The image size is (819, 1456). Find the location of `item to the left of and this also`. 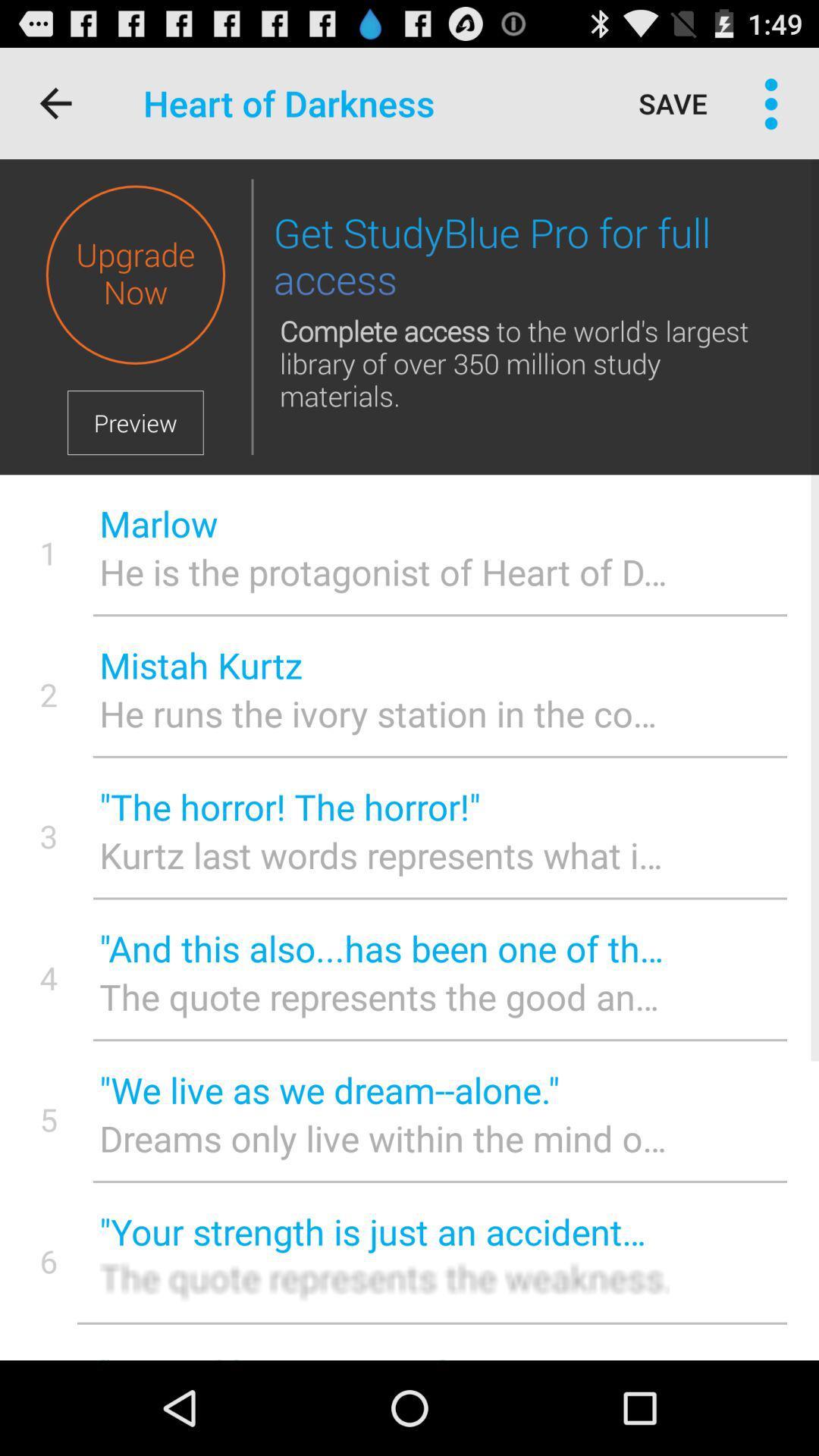

item to the left of and this also is located at coordinates (48, 977).